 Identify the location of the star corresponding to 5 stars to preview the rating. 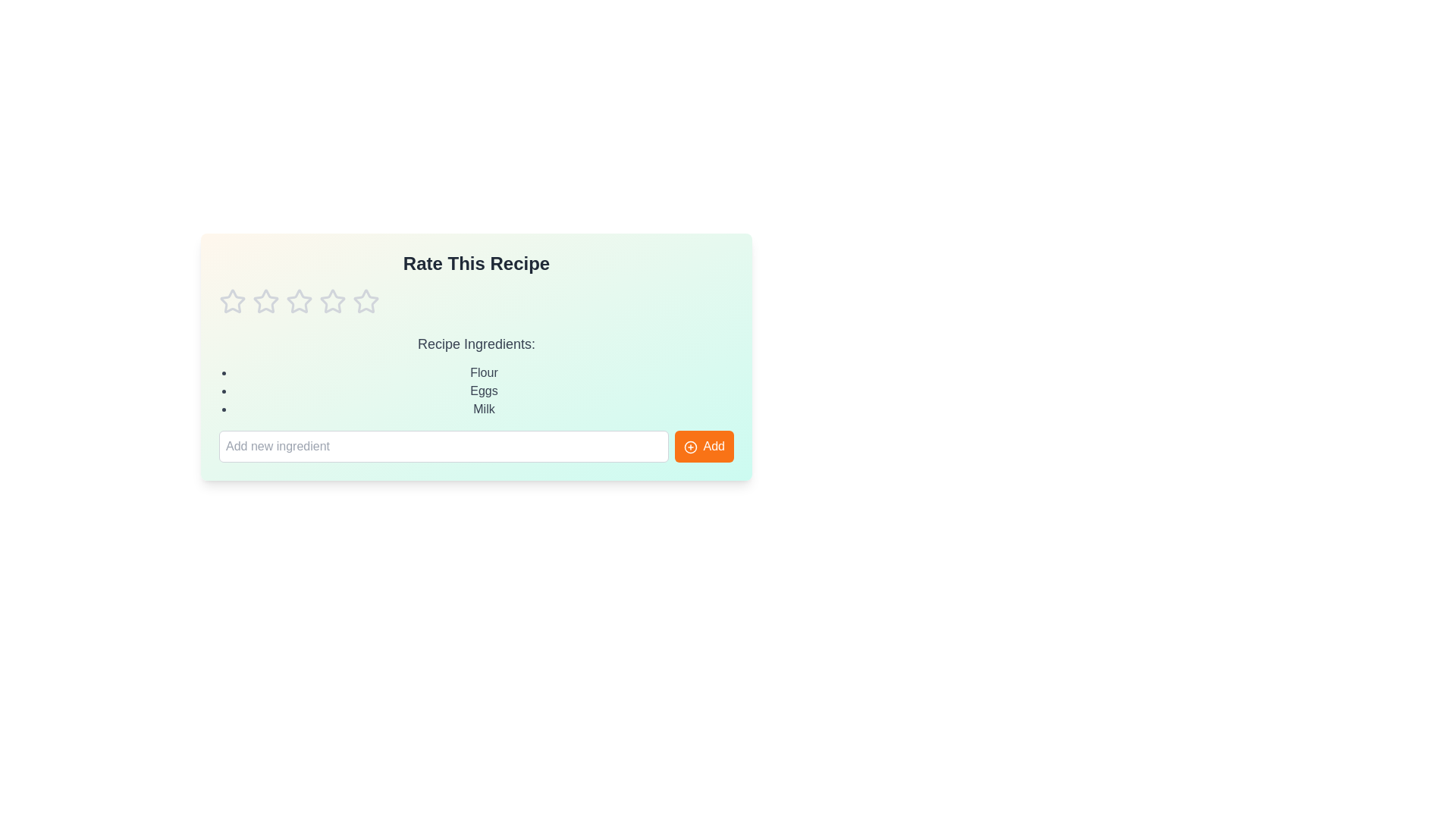
(366, 301).